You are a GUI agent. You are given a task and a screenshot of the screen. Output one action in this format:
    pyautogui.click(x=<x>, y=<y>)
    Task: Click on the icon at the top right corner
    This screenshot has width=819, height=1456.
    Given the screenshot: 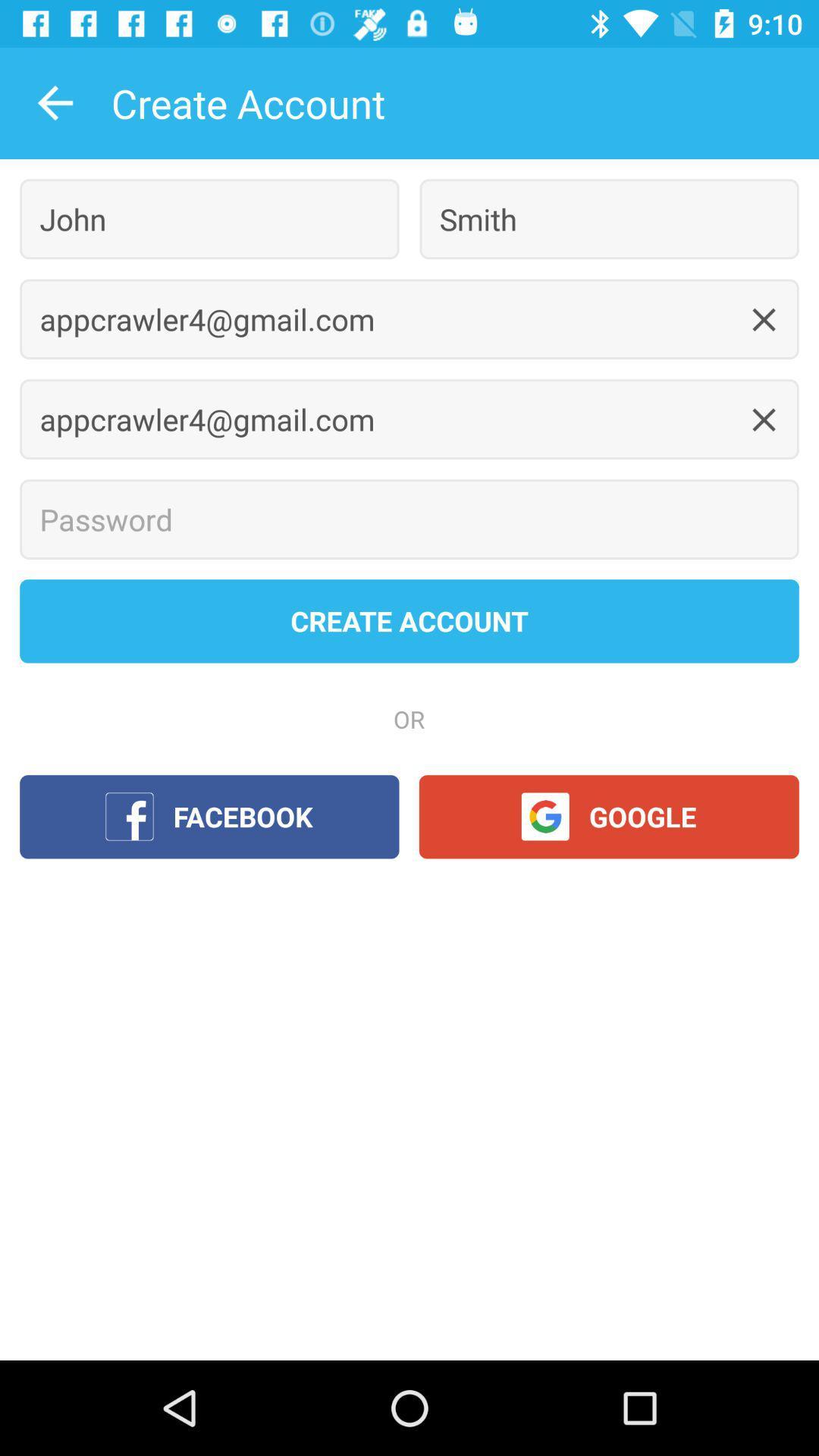 What is the action you would take?
    pyautogui.click(x=608, y=218)
    